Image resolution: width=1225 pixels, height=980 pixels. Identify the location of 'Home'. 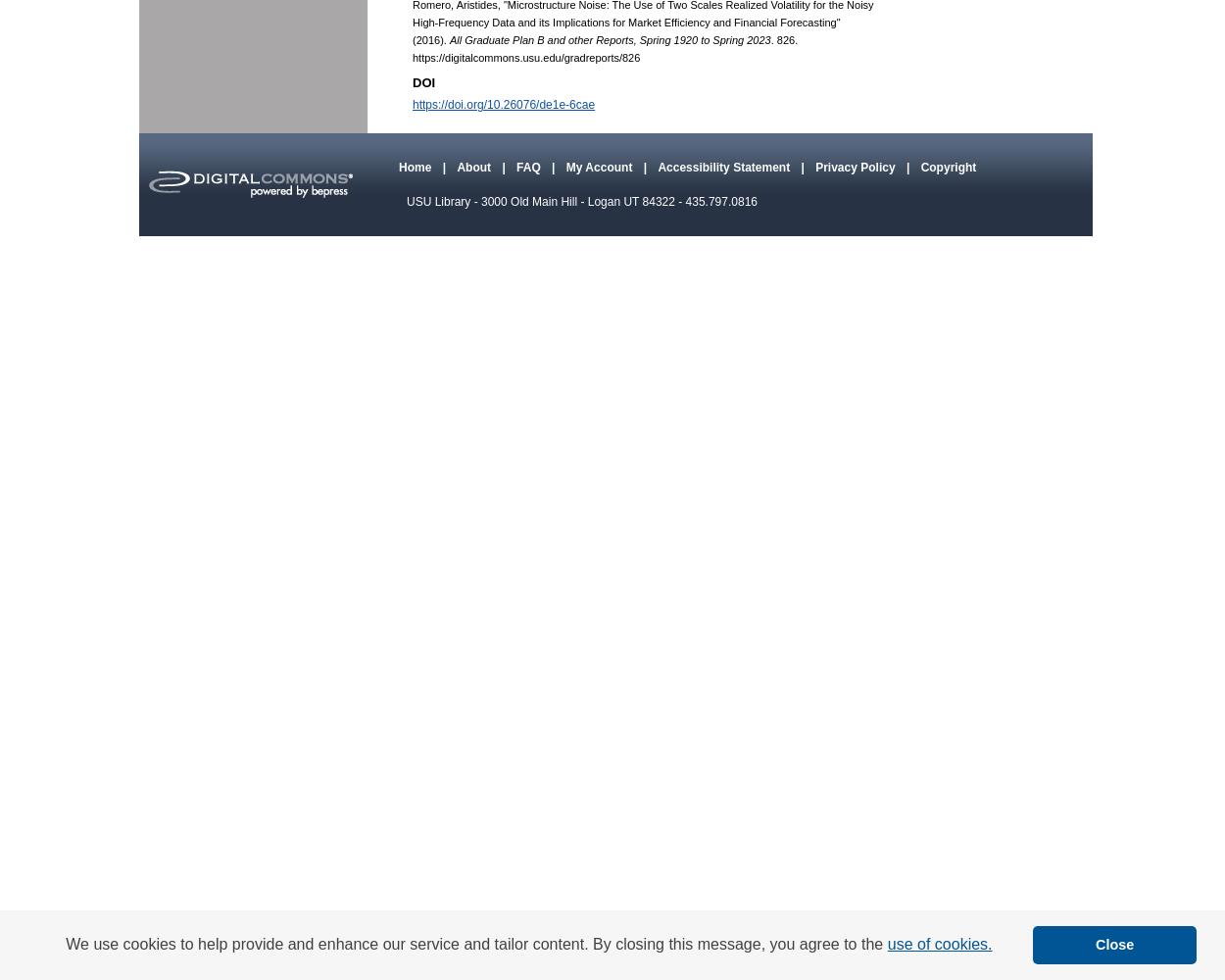
(416, 168).